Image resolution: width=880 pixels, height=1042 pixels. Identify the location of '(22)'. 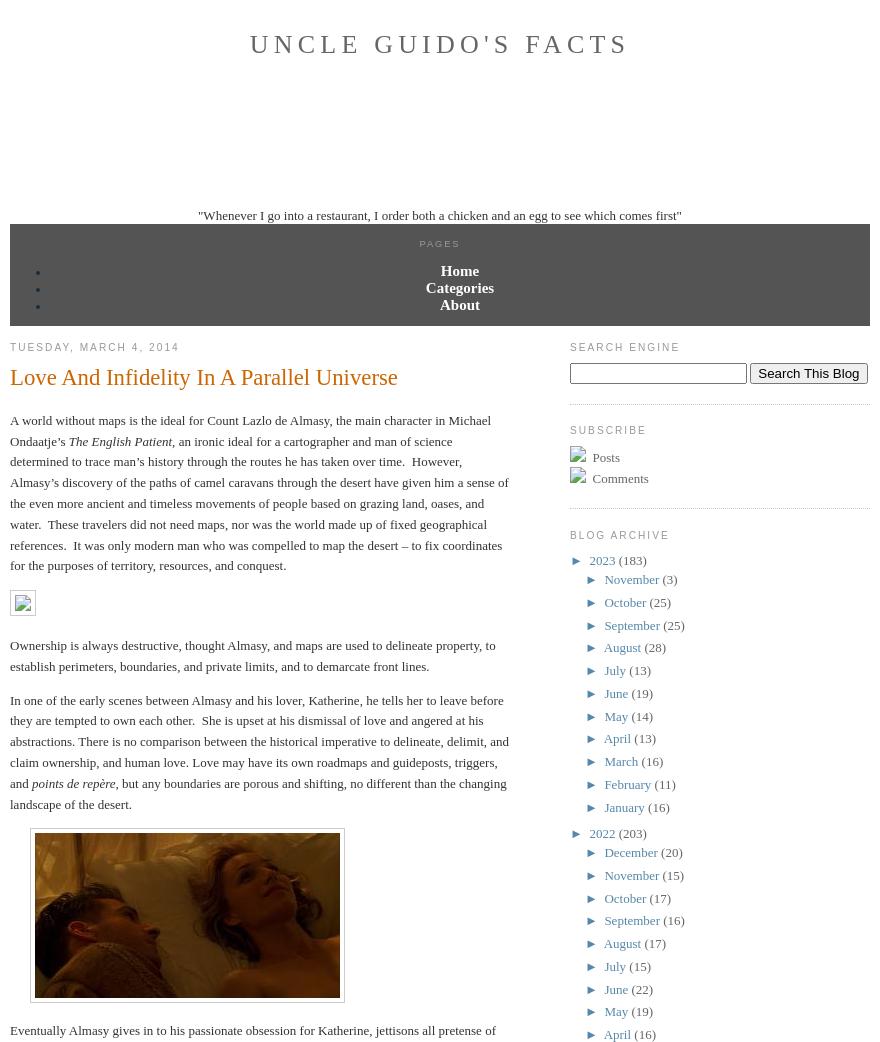
(641, 988).